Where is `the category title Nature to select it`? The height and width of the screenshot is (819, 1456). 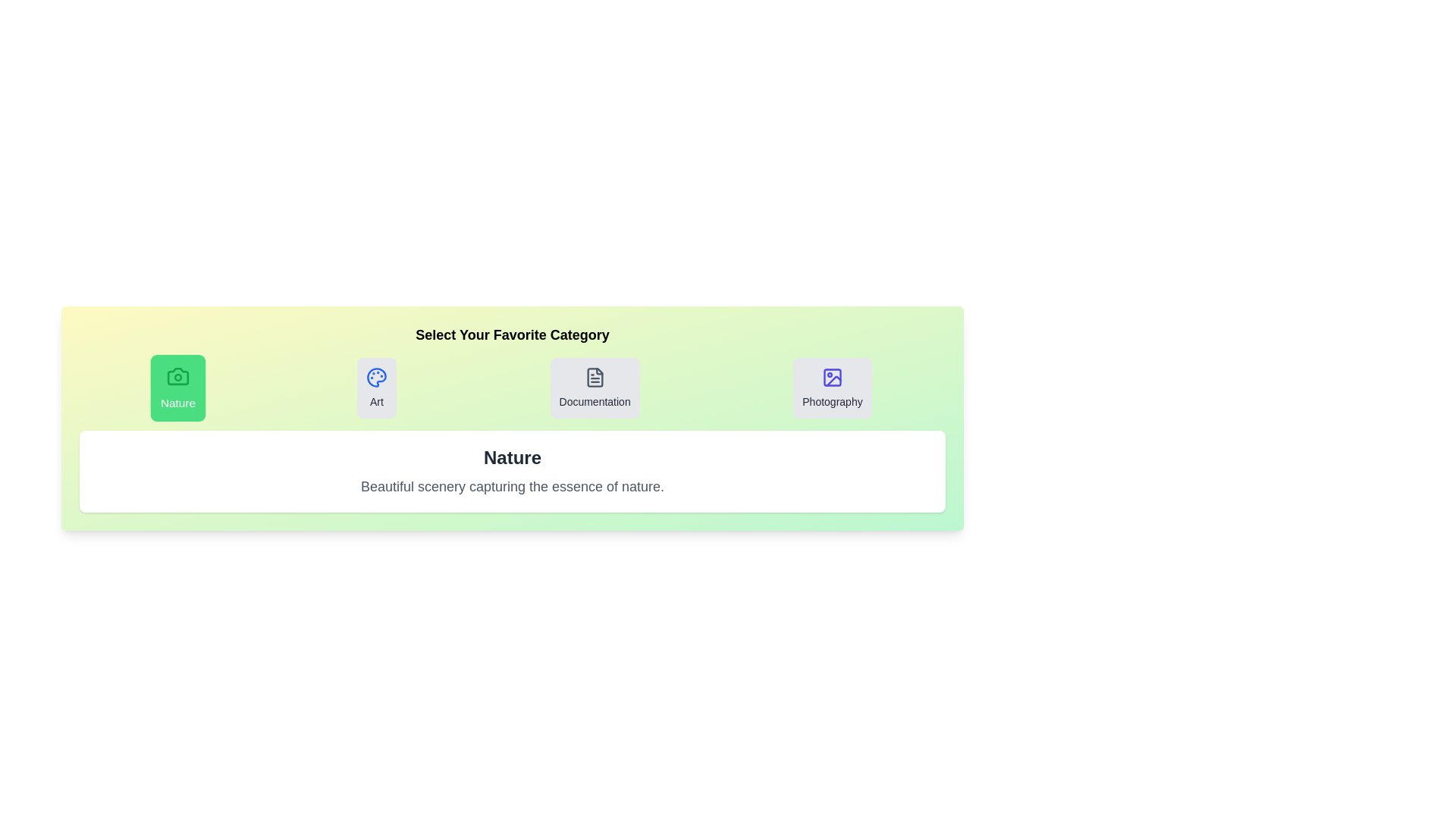
the category title Nature to select it is located at coordinates (178, 388).